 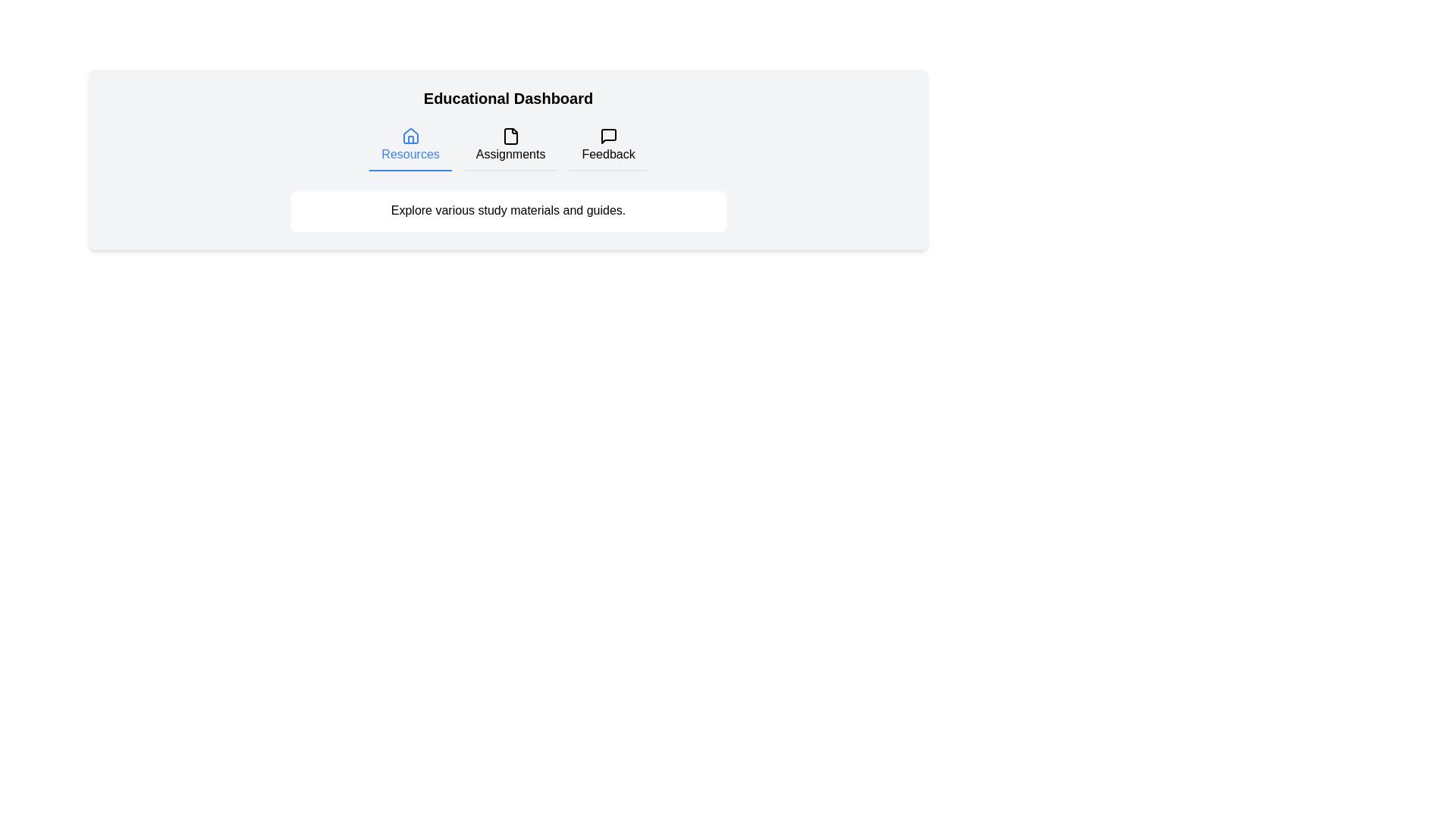 I want to click on the 'Assignments' button, which is a columnar button with a document page icon and black outline, located between 'Resources' and 'Feedback', so click(x=510, y=146).